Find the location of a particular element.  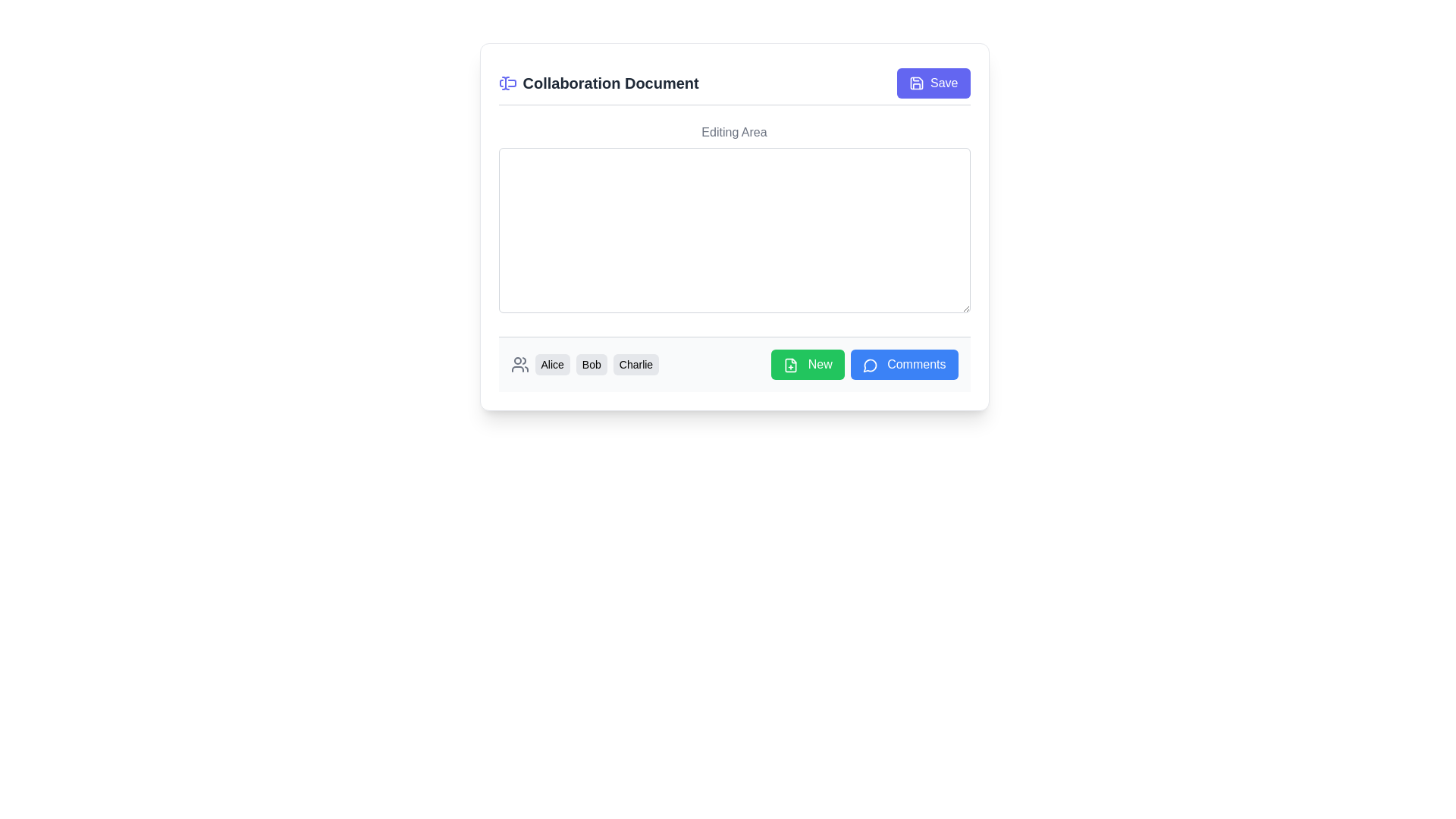

on the label containing the name 'Bob', which is the central label among three adjacent labels styled with rounded corners is located at coordinates (596, 365).